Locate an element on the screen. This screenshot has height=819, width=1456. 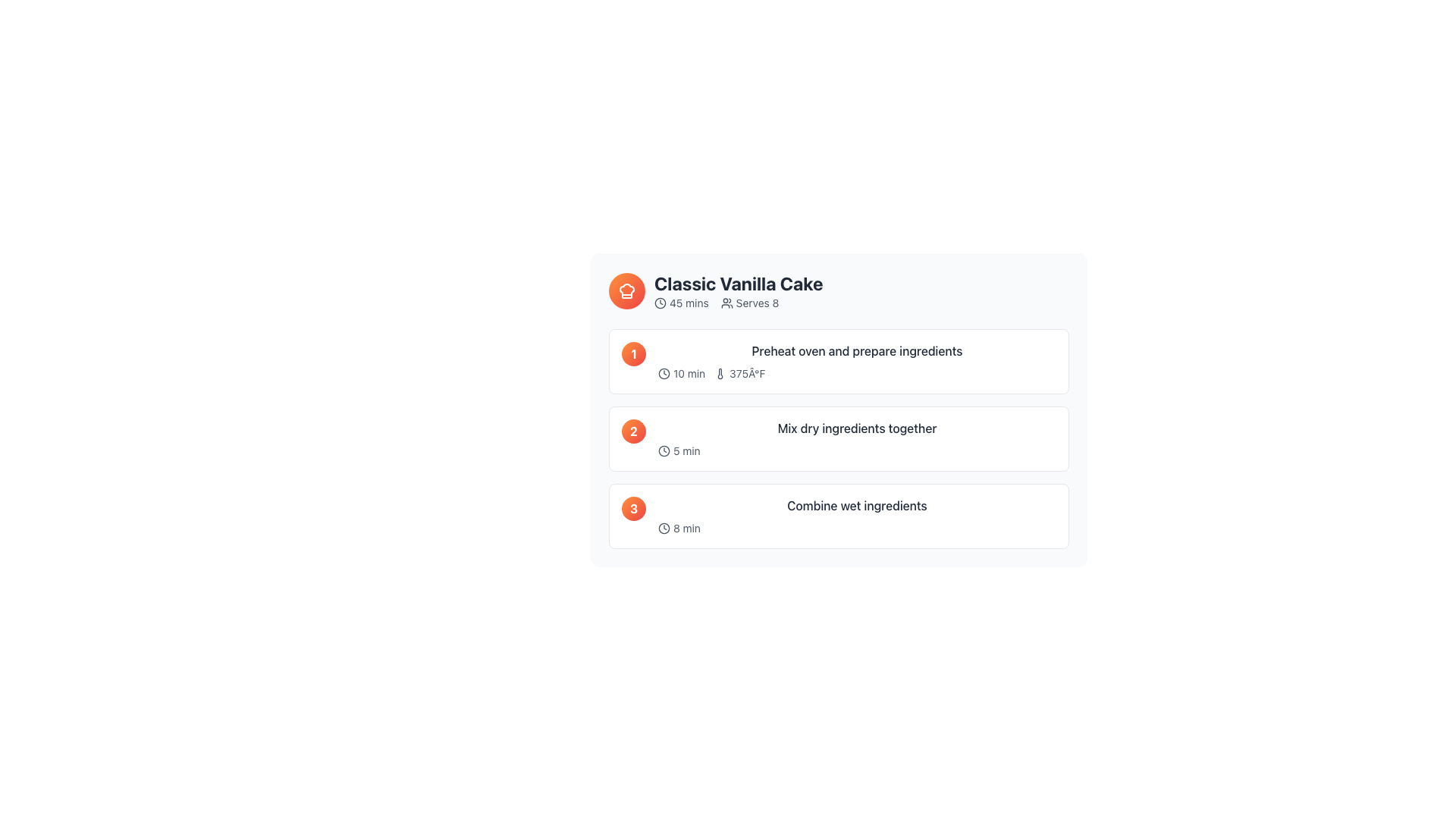
the informational text block that specifies the action 'Combine wet ingredients' and the duration '8 min', located in the third step of the recipe sequence is located at coordinates (857, 516).